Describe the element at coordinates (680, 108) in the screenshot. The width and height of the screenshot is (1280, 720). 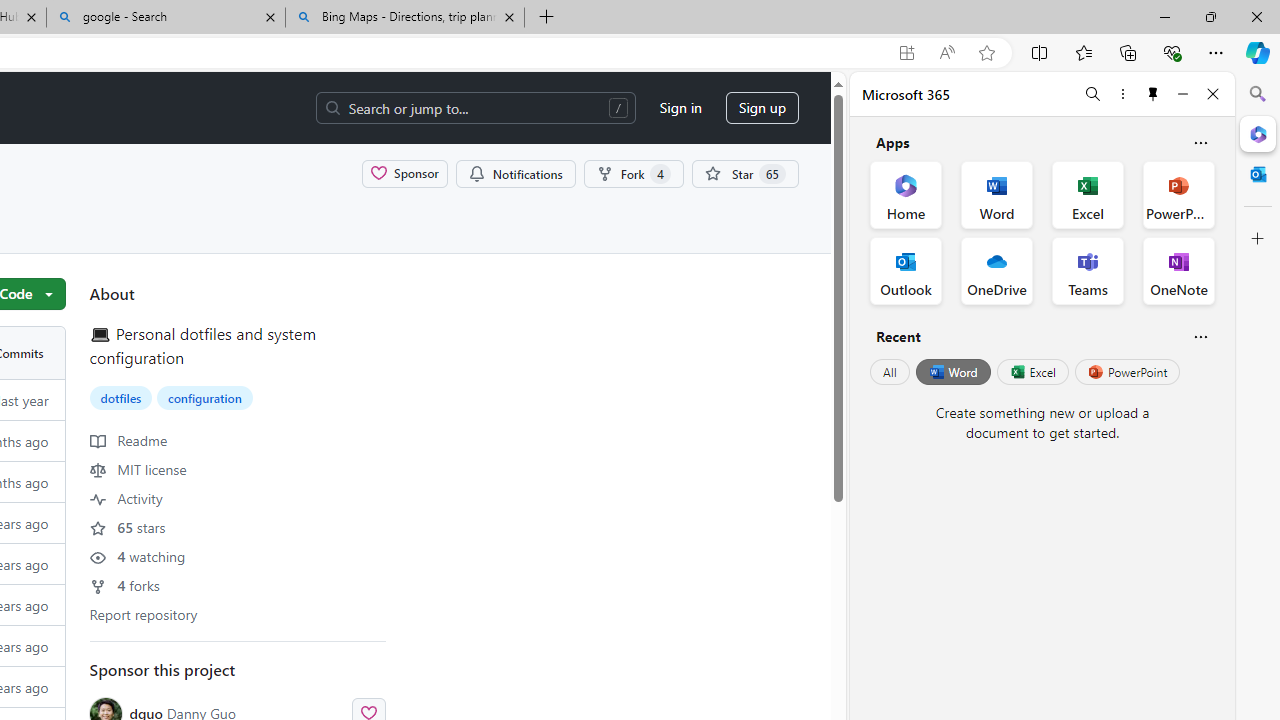
I see `'Sign in'` at that location.